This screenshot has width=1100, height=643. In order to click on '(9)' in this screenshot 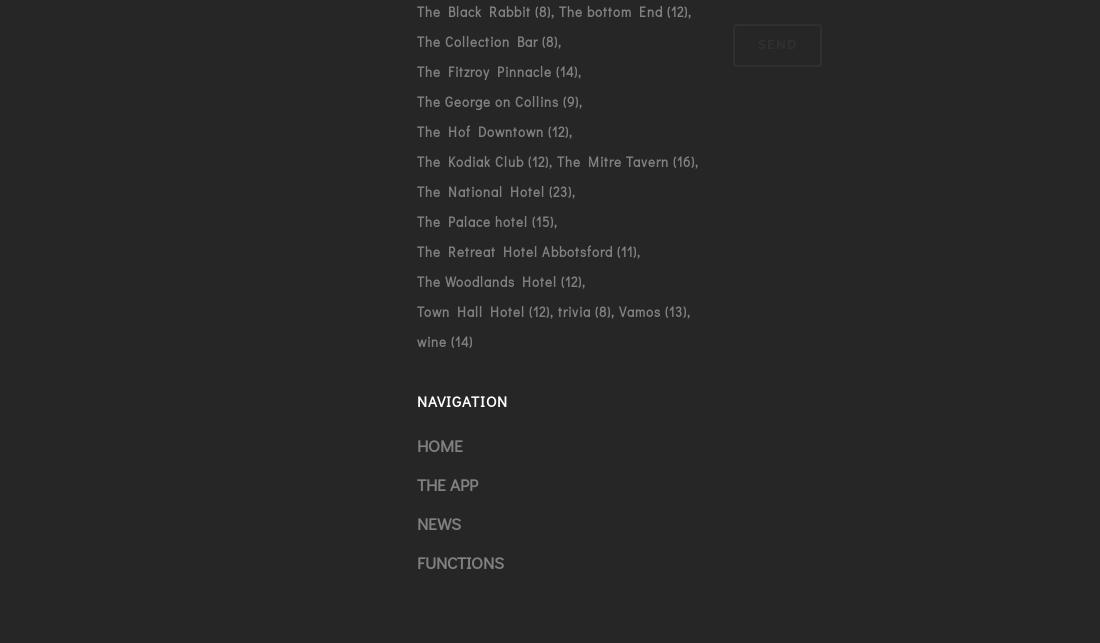, I will do `click(557, 100)`.